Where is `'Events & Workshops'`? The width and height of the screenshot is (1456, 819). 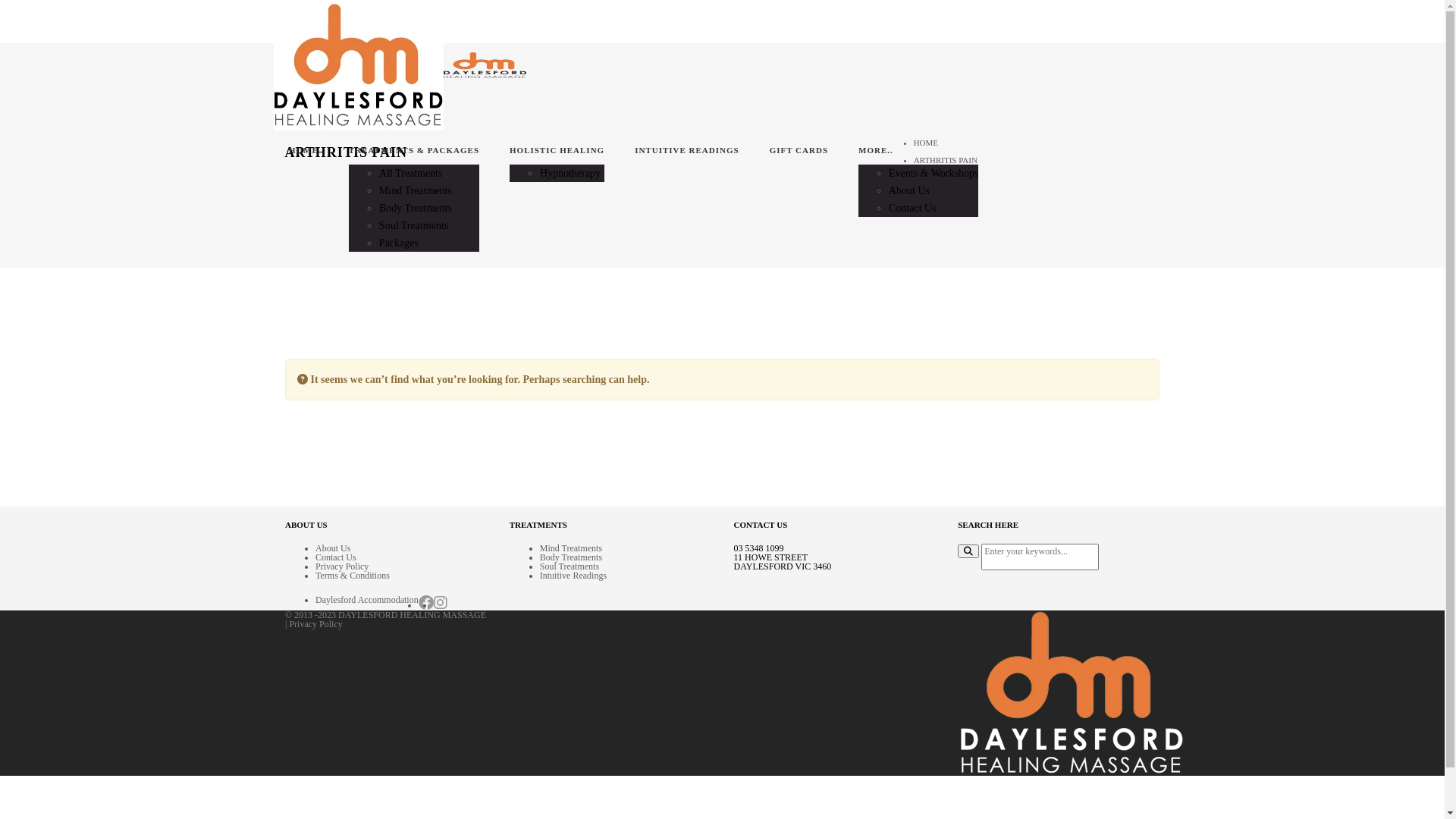 'Events & Workshops' is located at coordinates (932, 172).